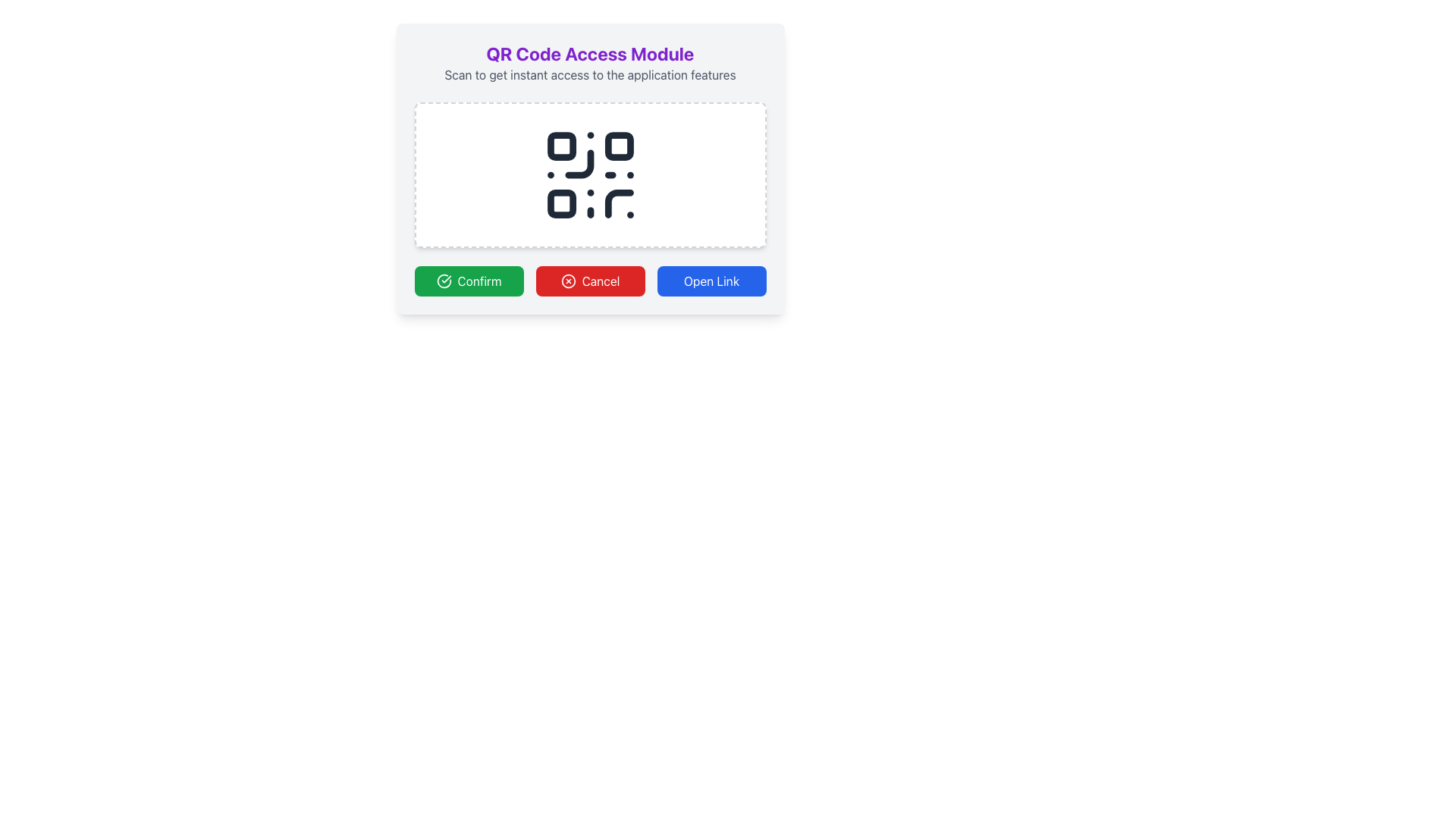  I want to click on informational text block titled 'QR Code Access Module' that has a subtitle 'Scan to get instant access to the application features.', so click(589, 62).